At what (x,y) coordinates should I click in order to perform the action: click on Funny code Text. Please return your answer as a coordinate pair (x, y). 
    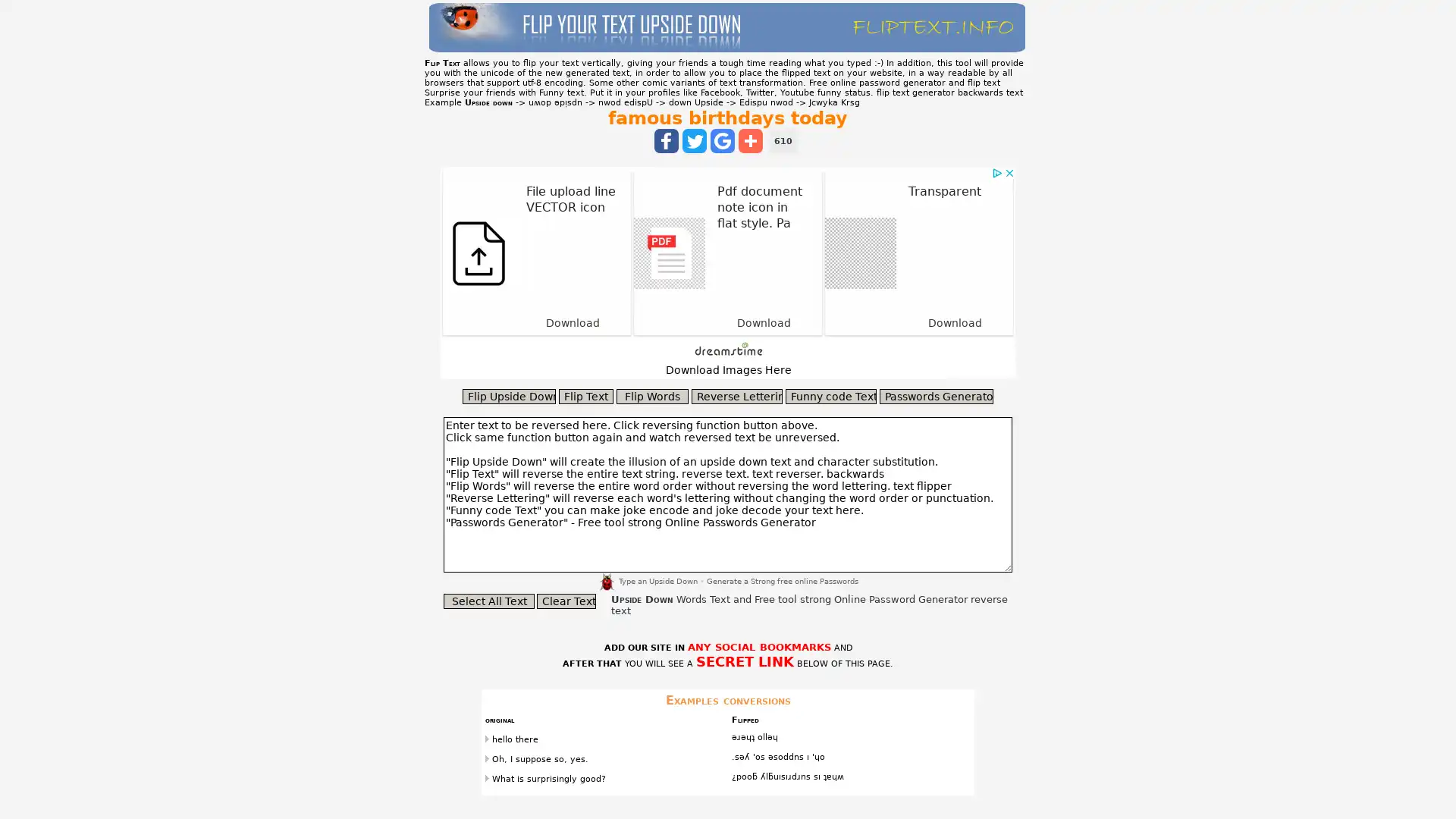
    Looking at the image, I should click on (830, 396).